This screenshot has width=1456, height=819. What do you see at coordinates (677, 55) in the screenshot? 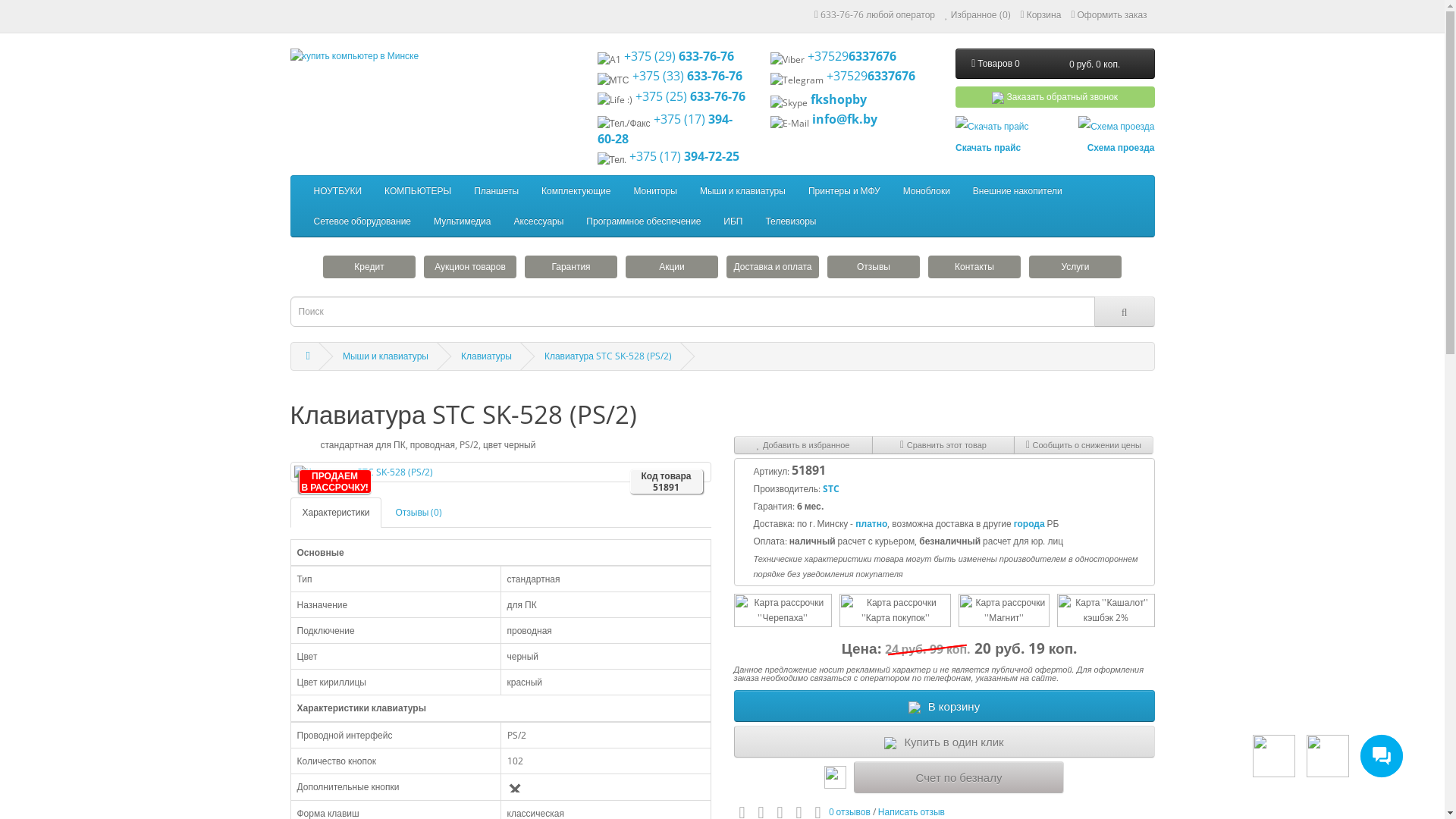
I see `'+375 (29) 633-76-76'` at bounding box center [677, 55].